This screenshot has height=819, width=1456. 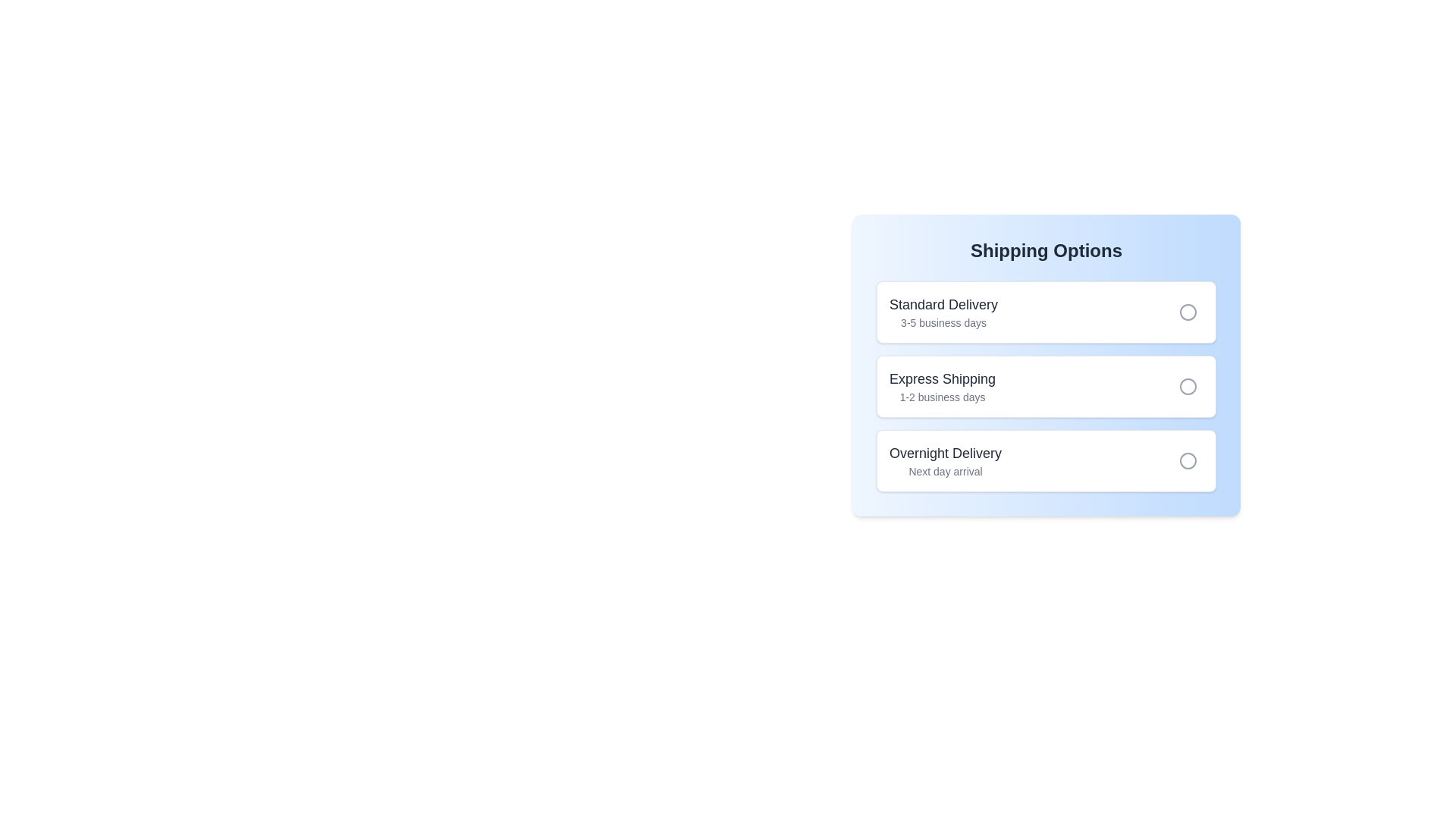 What do you see at coordinates (1187, 460) in the screenshot?
I see `the interactive radio button for 'Overnight Delivery' located at the far right of the option, next to 'Next day arrival'` at bounding box center [1187, 460].